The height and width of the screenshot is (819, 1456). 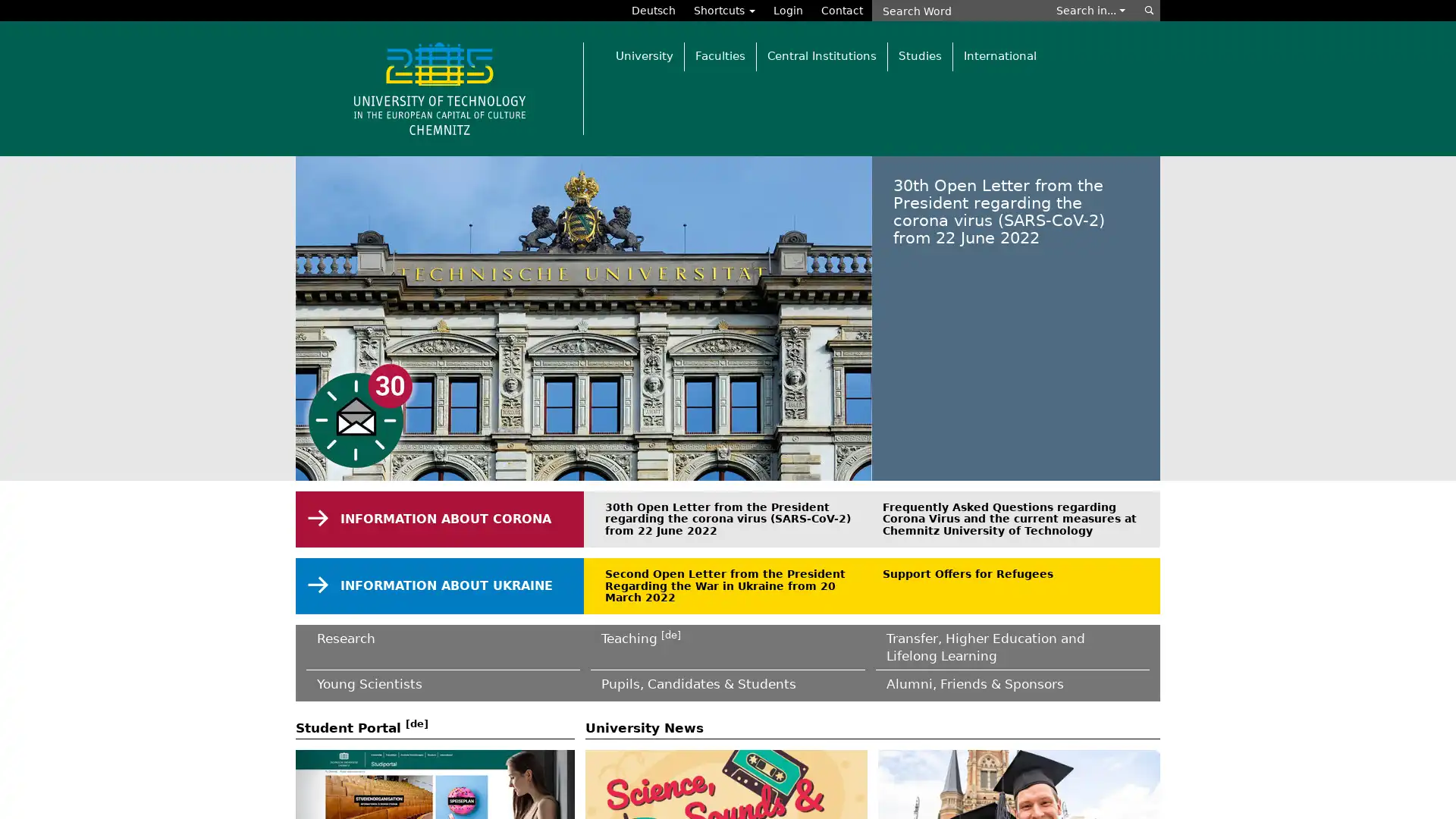 I want to click on International, so click(x=999, y=55).